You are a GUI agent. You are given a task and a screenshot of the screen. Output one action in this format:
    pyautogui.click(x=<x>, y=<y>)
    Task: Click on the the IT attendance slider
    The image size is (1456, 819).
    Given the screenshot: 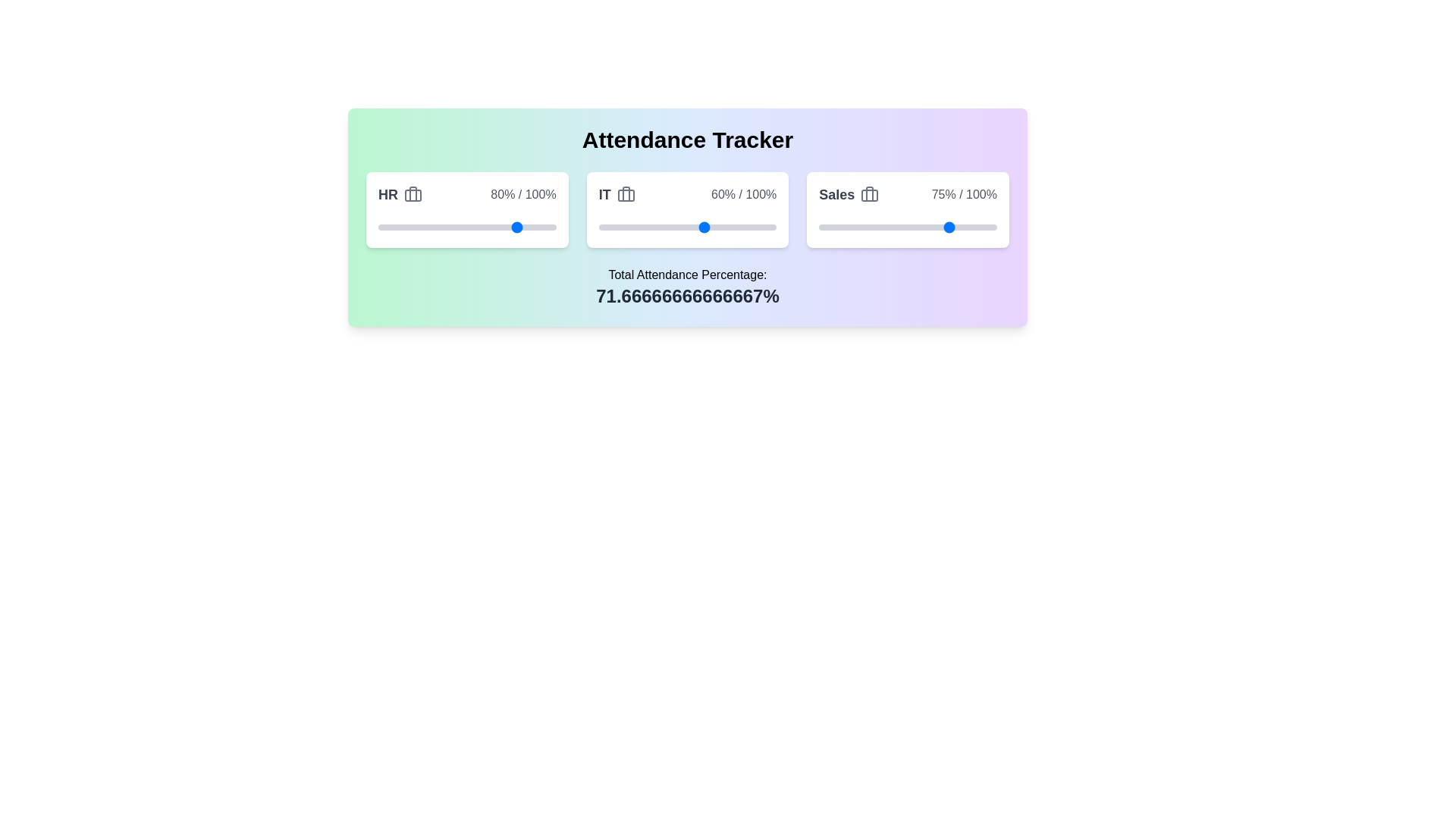 What is the action you would take?
    pyautogui.click(x=613, y=227)
    